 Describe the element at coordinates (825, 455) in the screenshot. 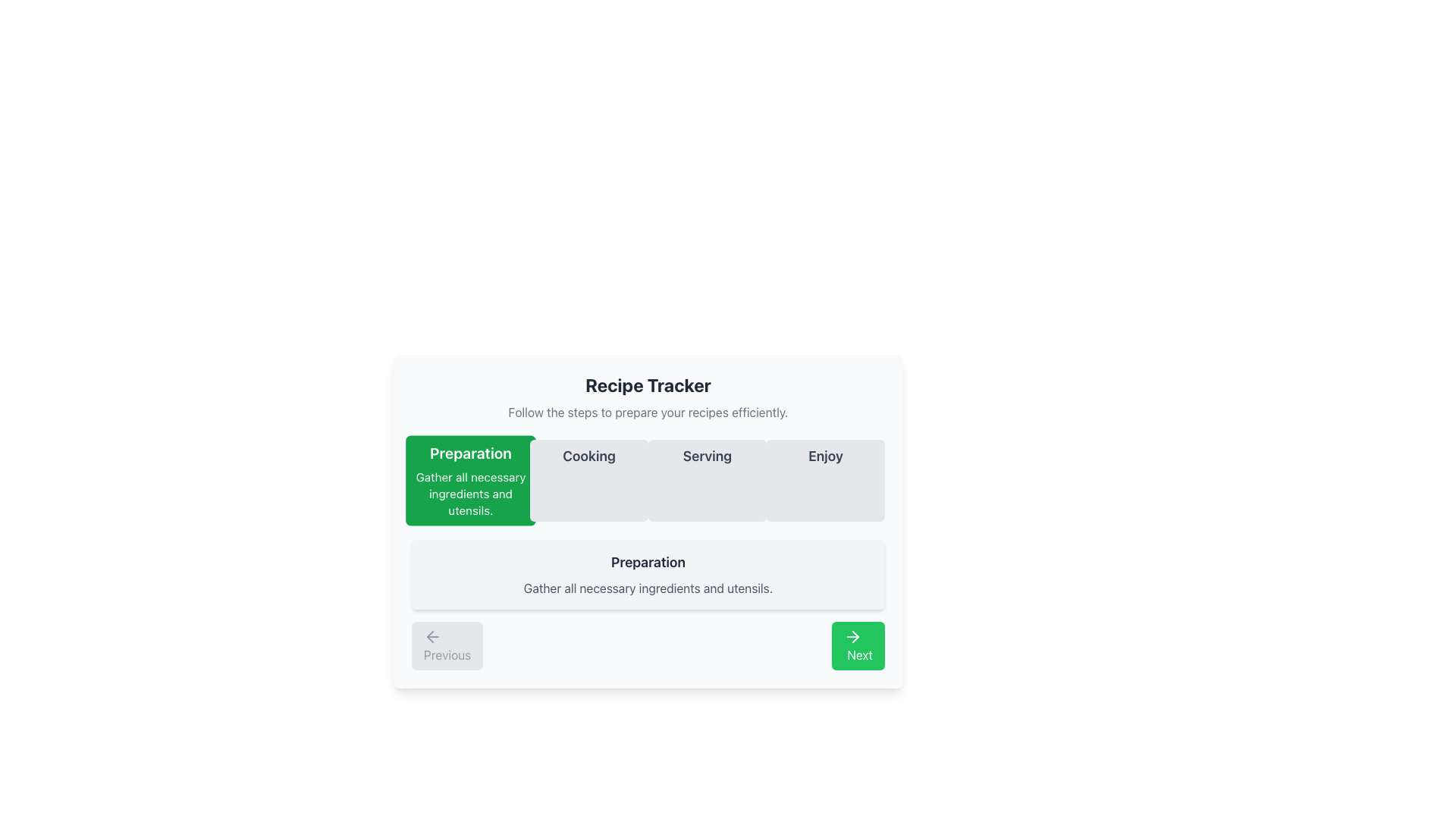

I see `the text label displaying 'Enjoy' in bold and large font, located at the top-right corner of the horizontal step navigation bar` at that location.